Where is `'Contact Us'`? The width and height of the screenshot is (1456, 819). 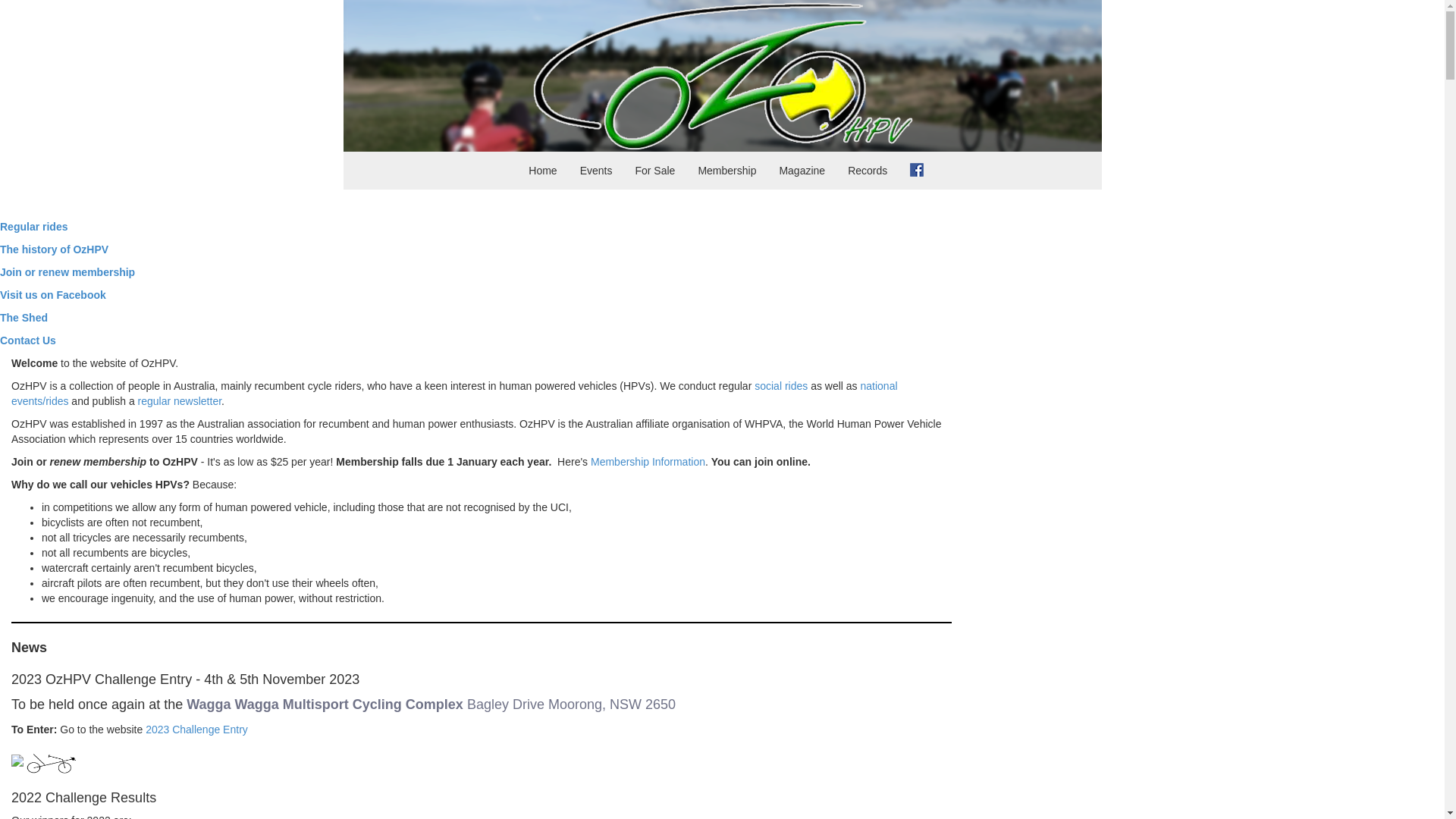
'Contact Us' is located at coordinates (28, 339).